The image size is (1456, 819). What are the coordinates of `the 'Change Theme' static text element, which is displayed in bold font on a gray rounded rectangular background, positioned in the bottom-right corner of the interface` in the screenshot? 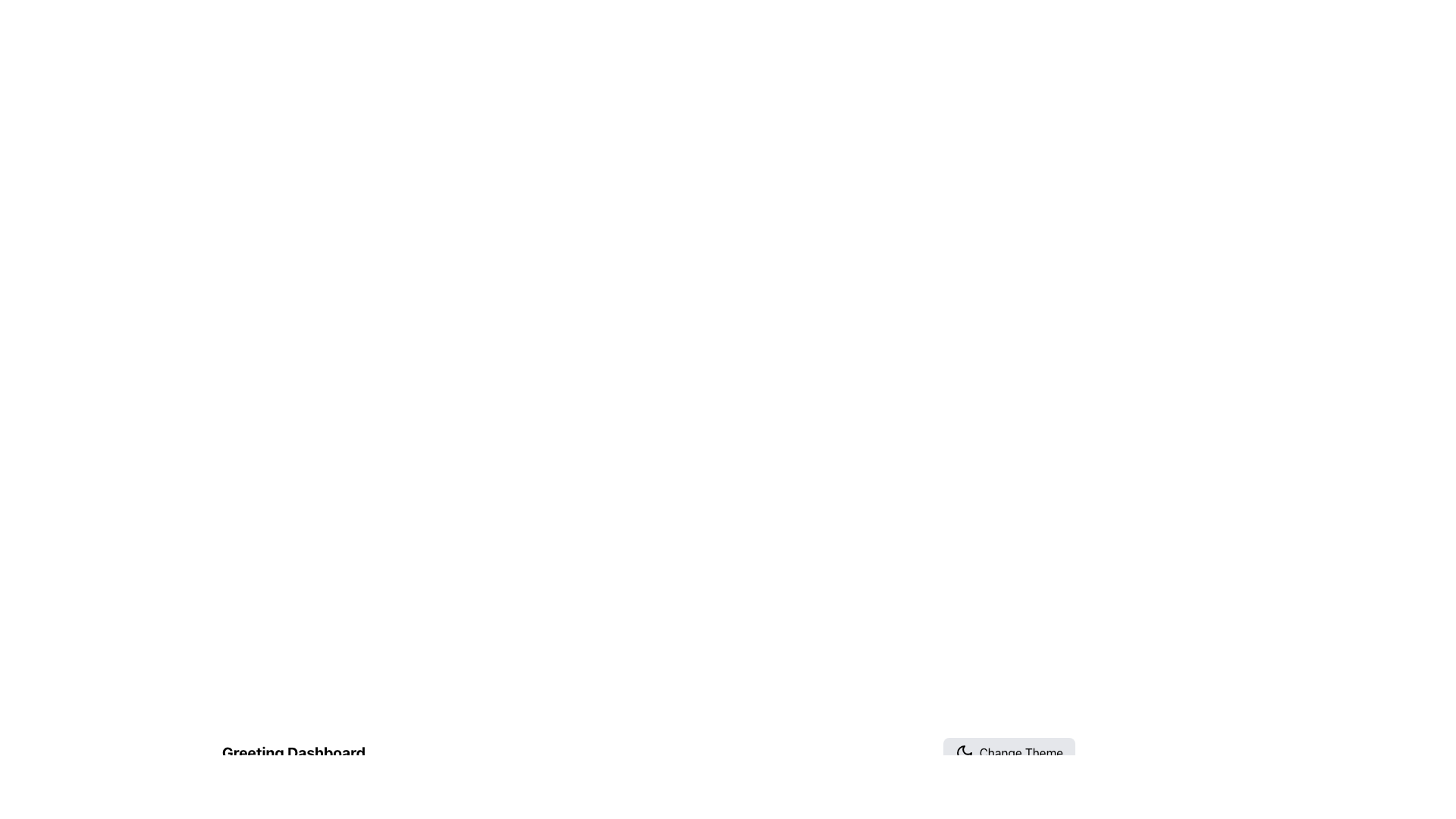 It's located at (1021, 752).